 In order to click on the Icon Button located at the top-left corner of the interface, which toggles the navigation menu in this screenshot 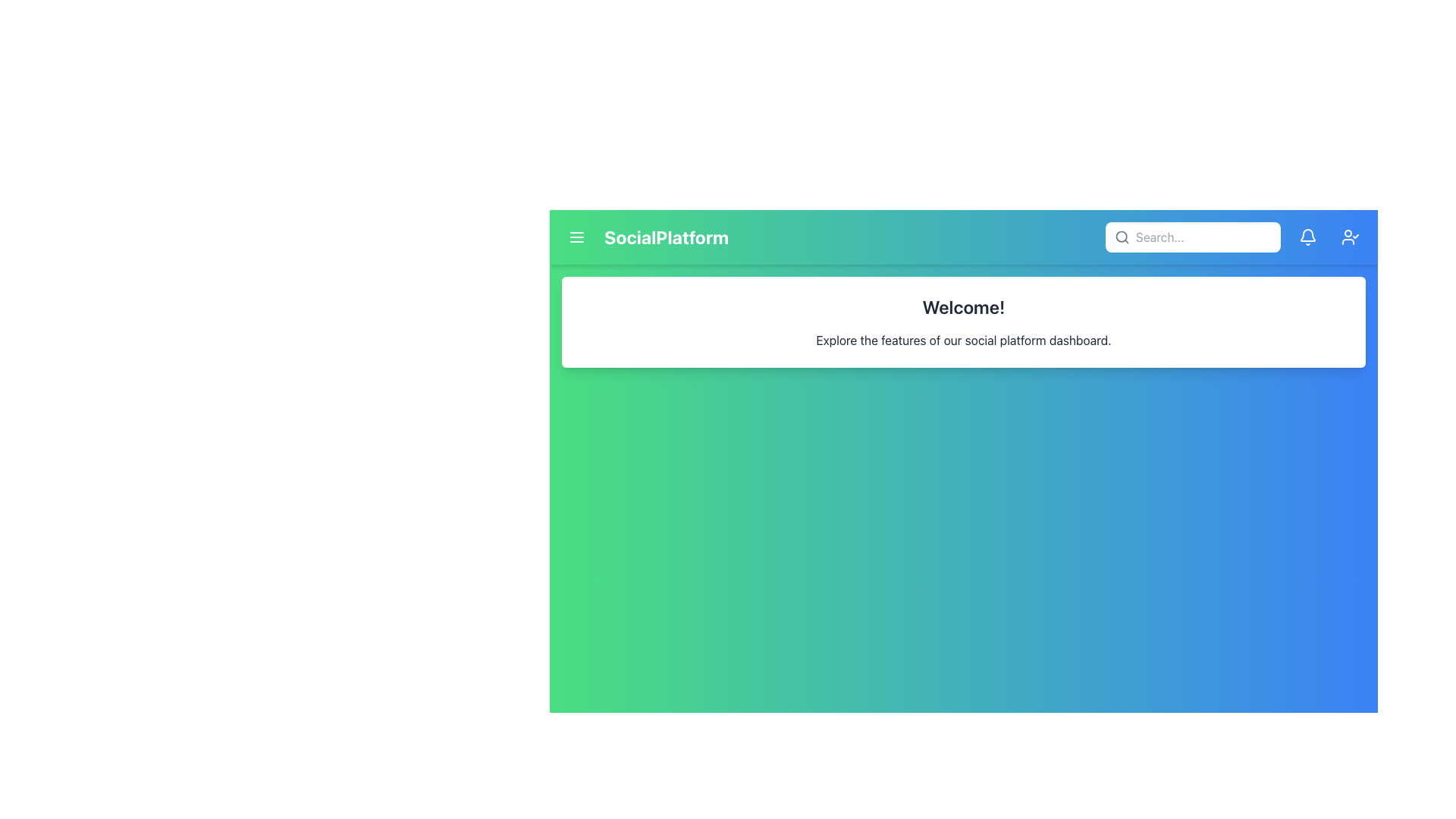, I will do `click(576, 237)`.